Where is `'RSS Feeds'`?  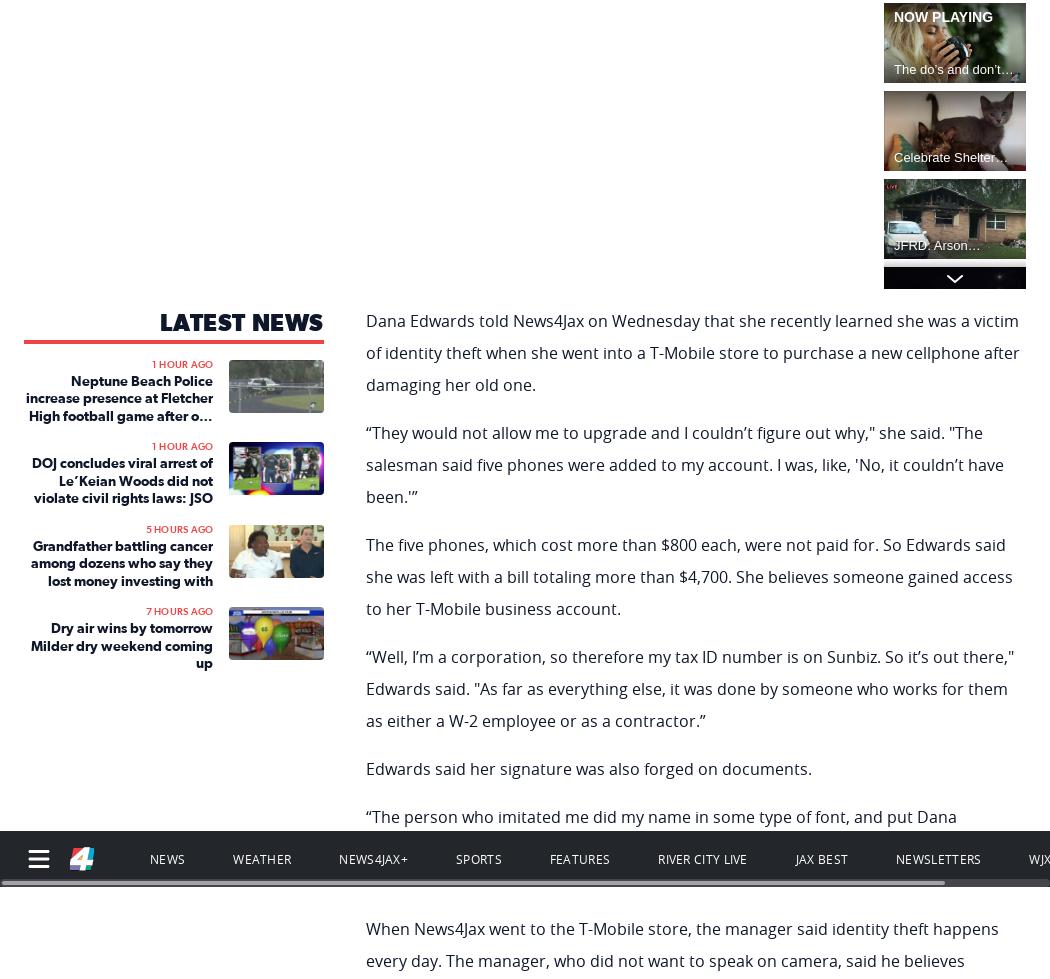
'RSS Feeds' is located at coordinates (52, 791).